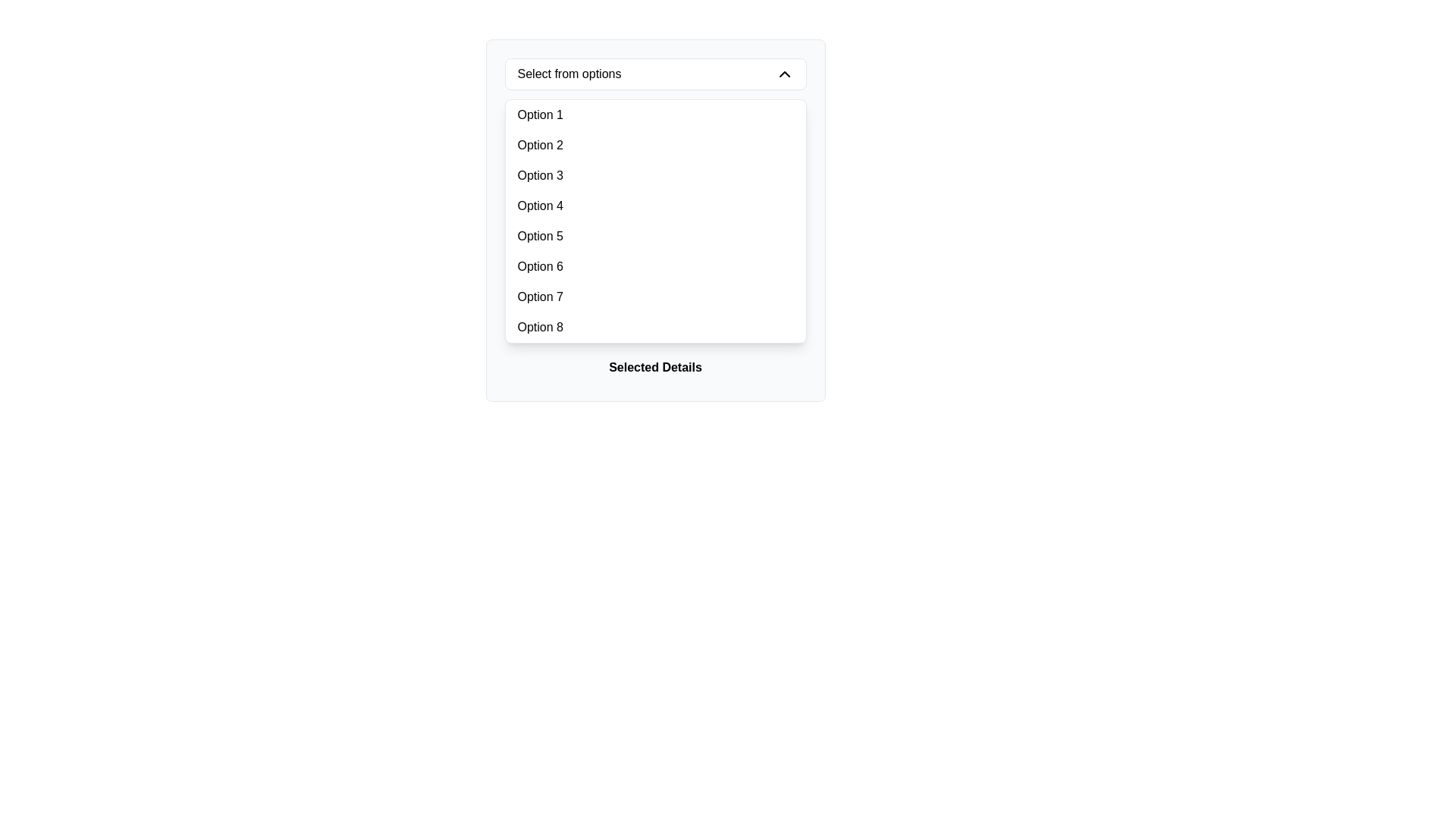 This screenshot has width=1456, height=819. What do you see at coordinates (539, 146) in the screenshot?
I see `the 'Option 2' text label within the dropdown menu` at bounding box center [539, 146].